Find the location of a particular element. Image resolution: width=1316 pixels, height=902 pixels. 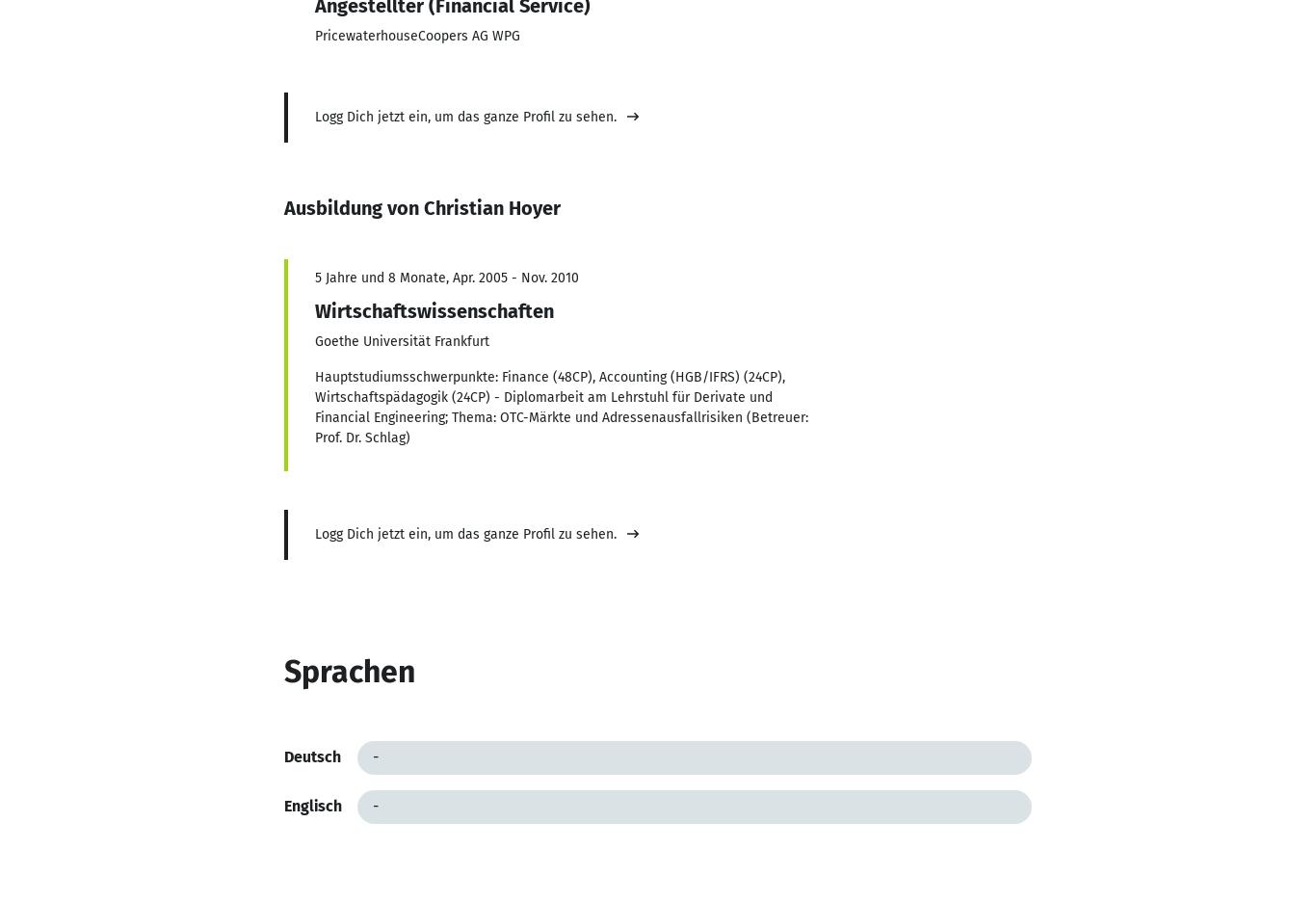

'Englisch' is located at coordinates (312, 806).